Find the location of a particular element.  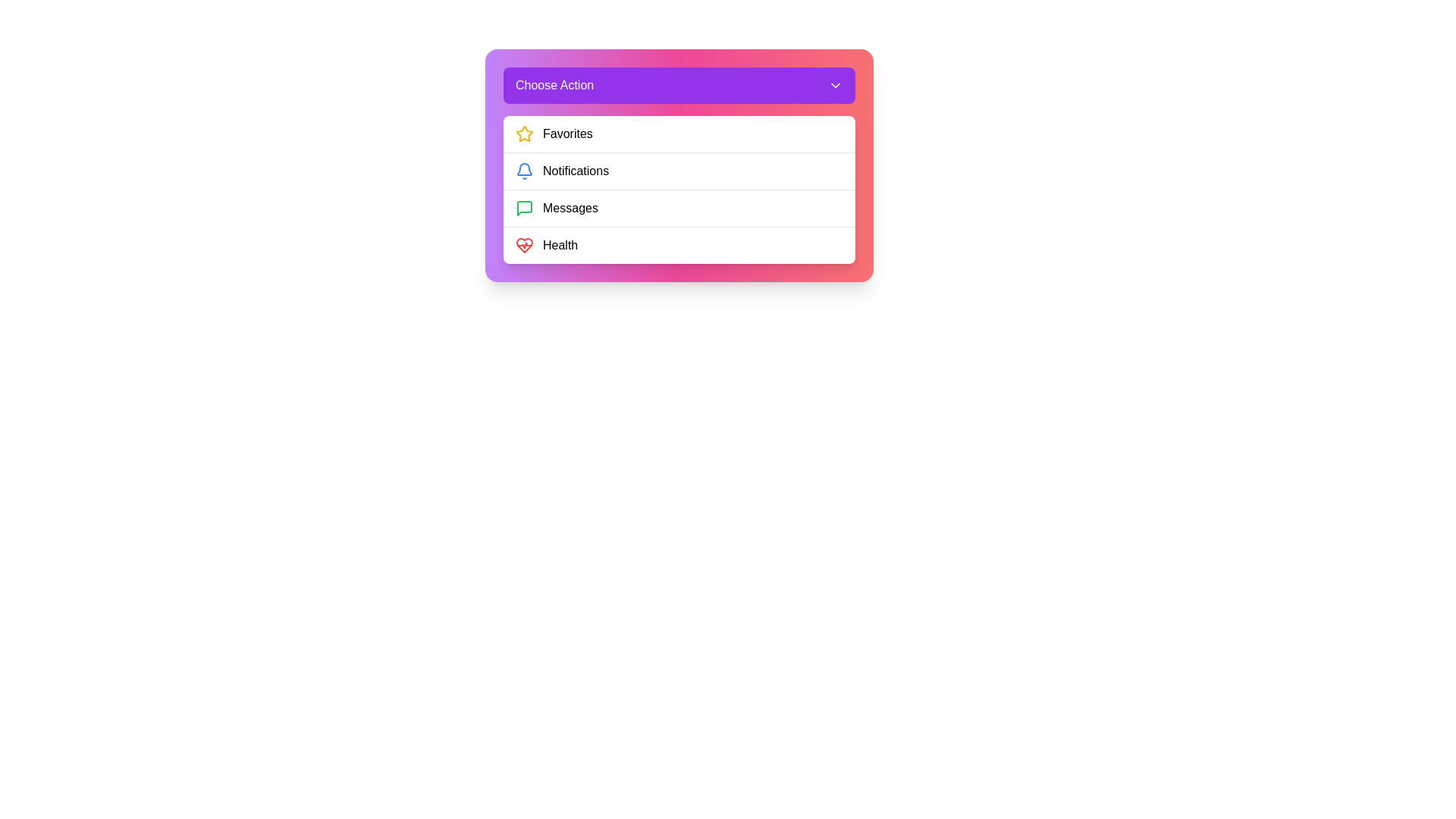

the star-shaped icon with a yellow fill located to the left of the text 'Favorites' in the action selection menu is located at coordinates (524, 133).